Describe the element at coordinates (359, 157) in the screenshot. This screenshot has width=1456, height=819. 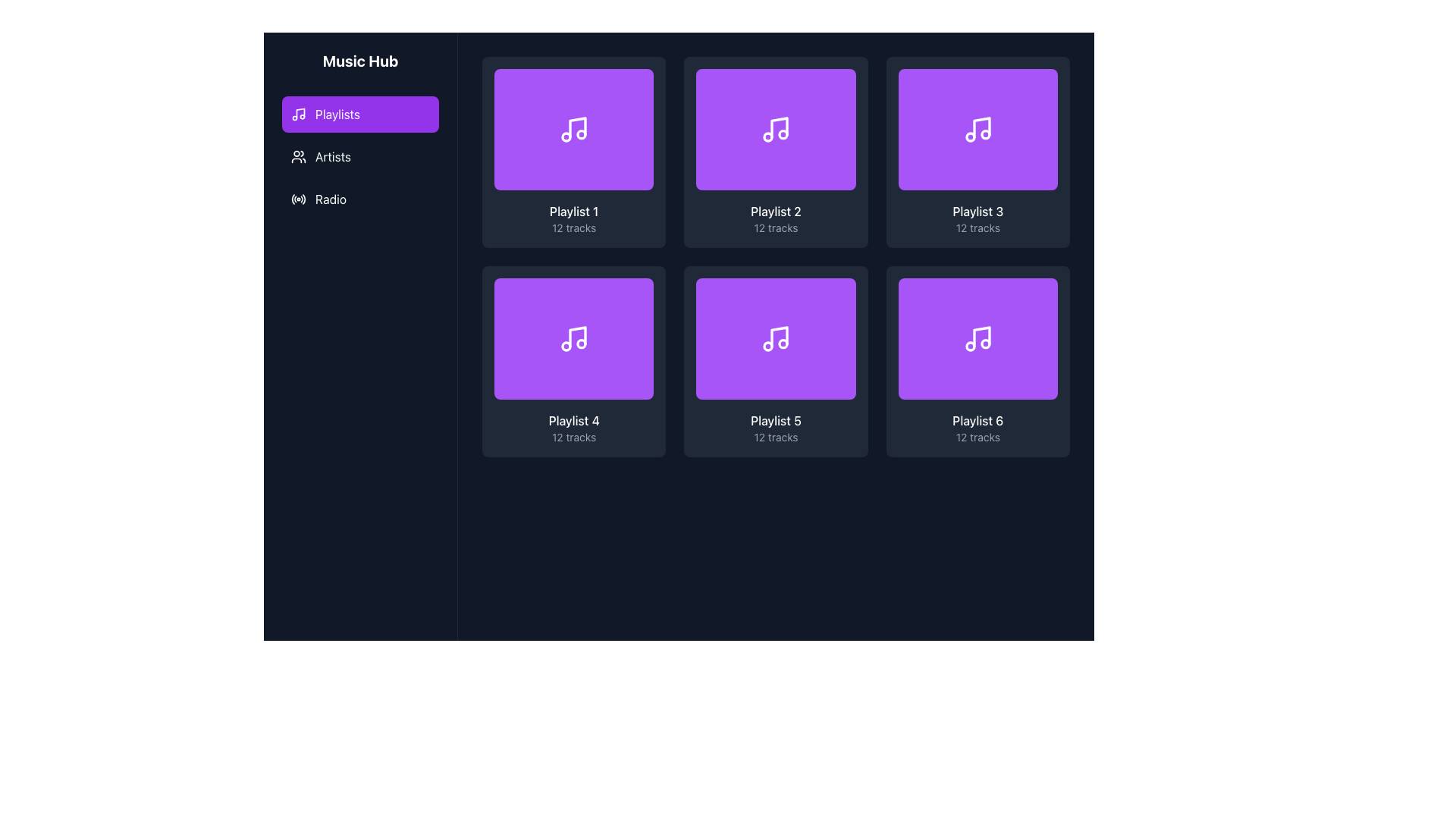
I see `the navigation button located in the sidebar, positioned below the 'Playlists' button and above the 'Radio' button` at that location.